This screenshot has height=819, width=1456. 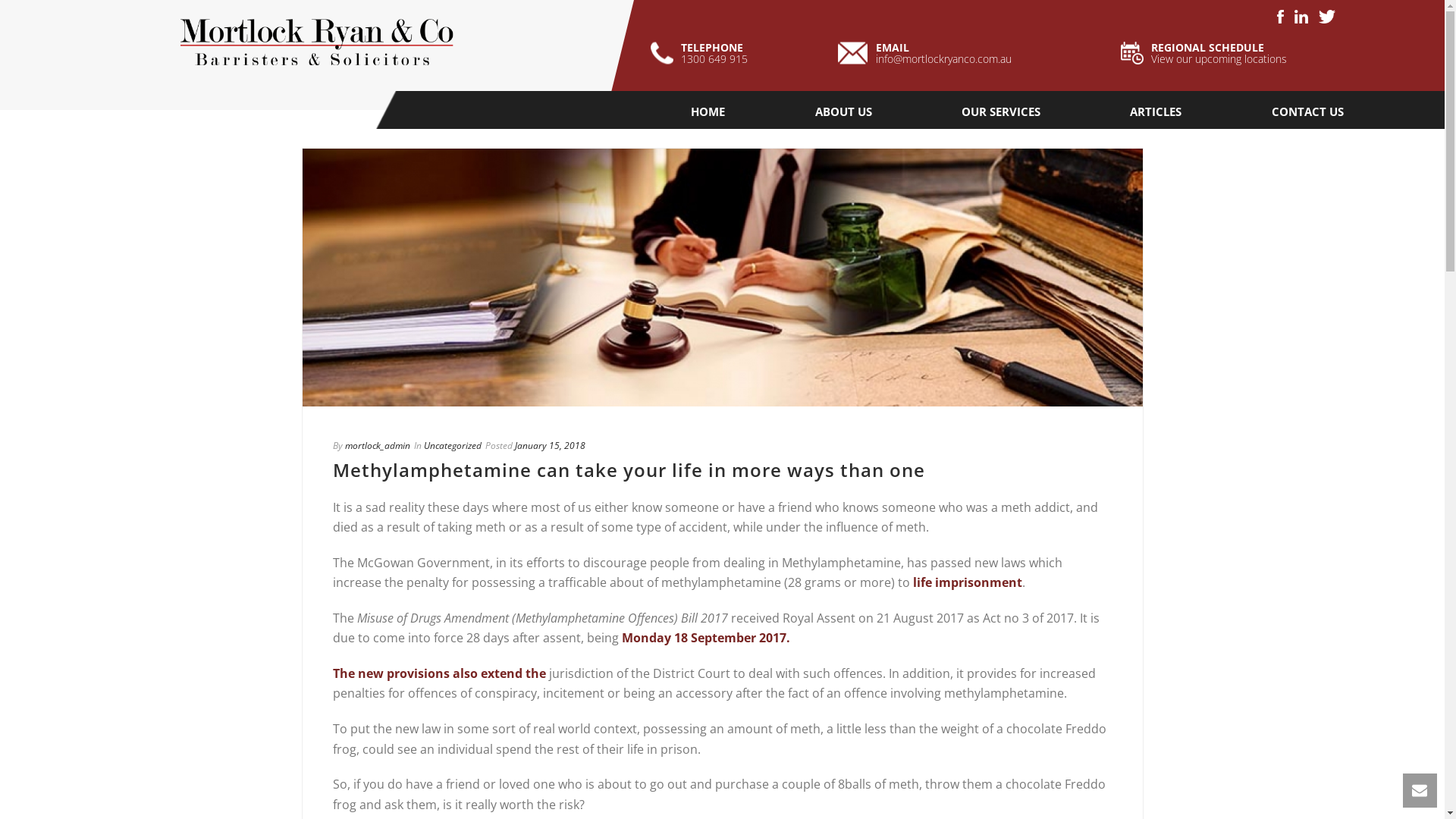 What do you see at coordinates (943, 58) in the screenshot?
I see `'info@mortlockryanco.com.au'` at bounding box center [943, 58].